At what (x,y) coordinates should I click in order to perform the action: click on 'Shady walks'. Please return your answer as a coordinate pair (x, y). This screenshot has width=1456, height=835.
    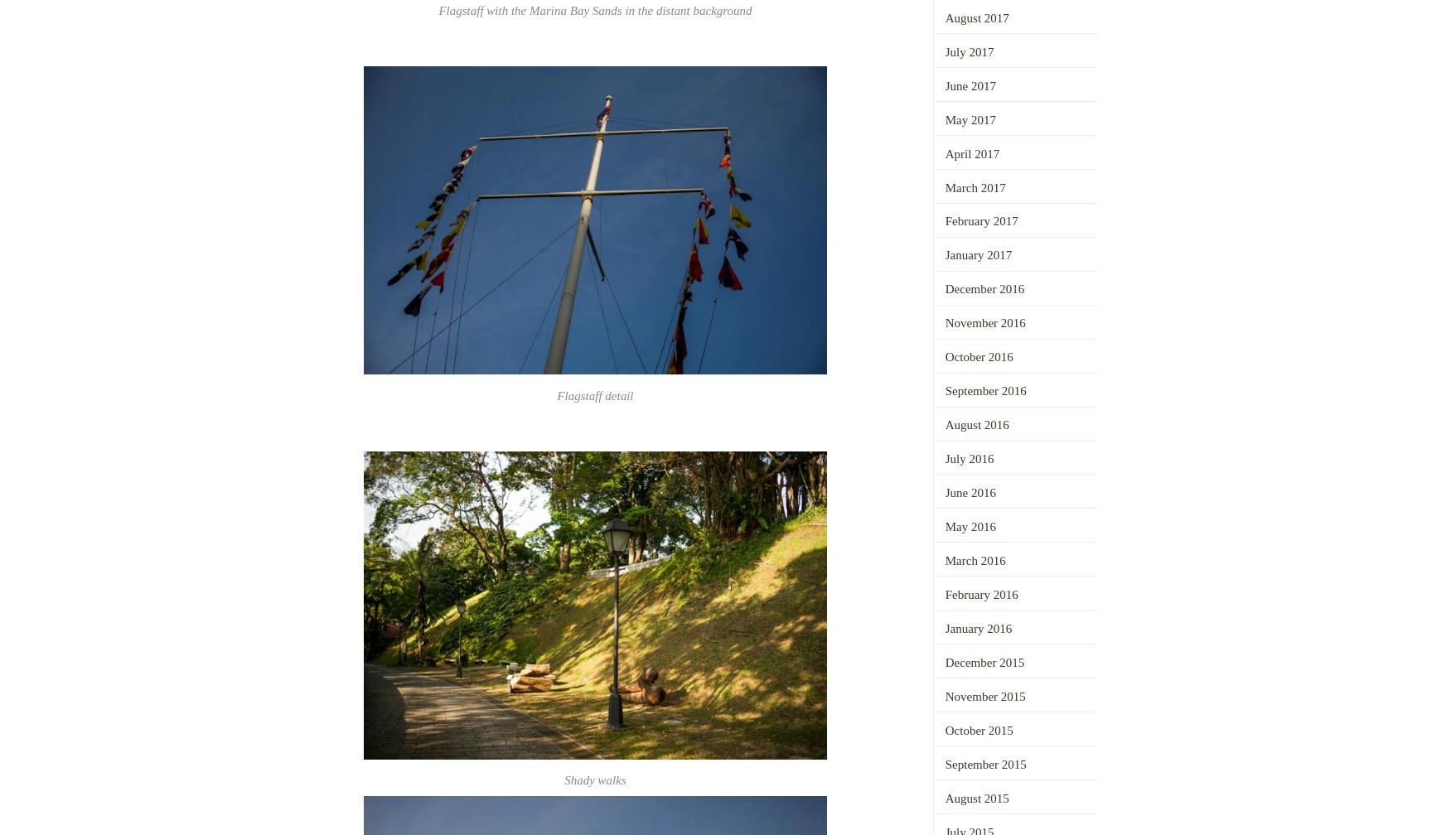
    Looking at the image, I should click on (594, 779).